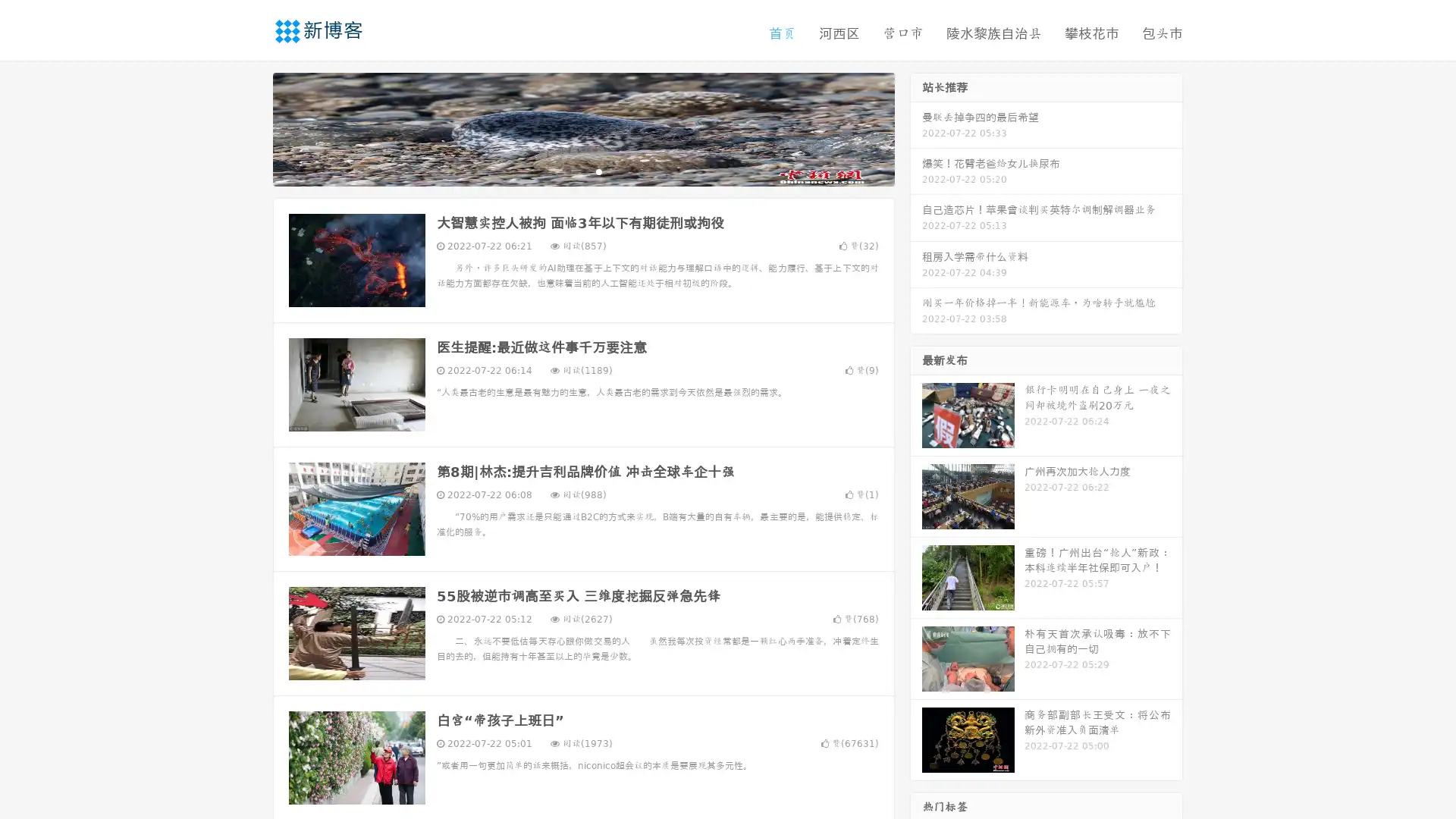 The height and width of the screenshot is (819, 1456). I want to click on Go to slide 2, so click(582, 171).